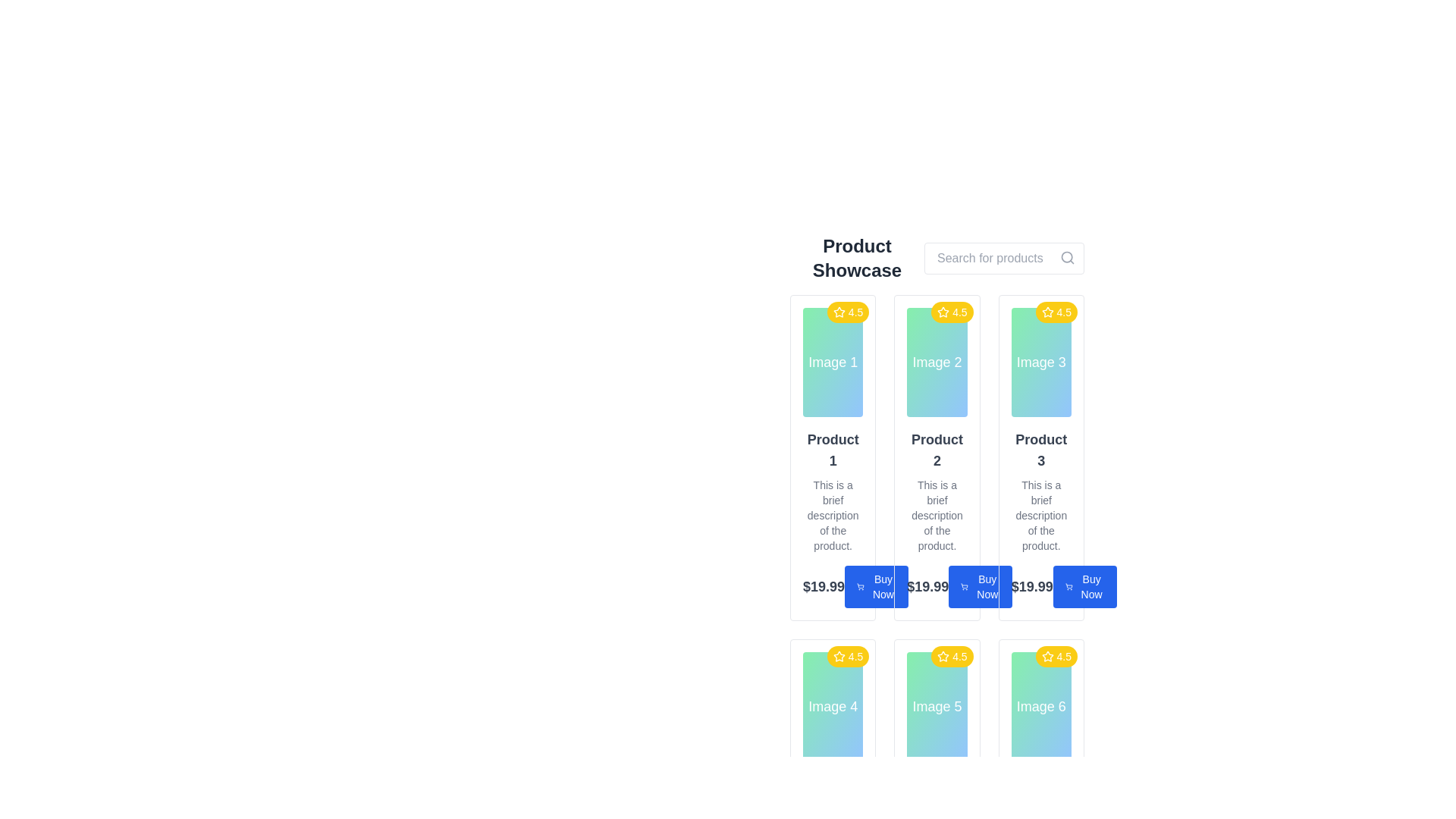  Describe the element at coordinates (1040, 514) in the screenshot. I see `and comprehend the text label that displays 'This is a brief description of the product.' located below the product title 'Product 3' and above the pricing section in the product grid` at that location.